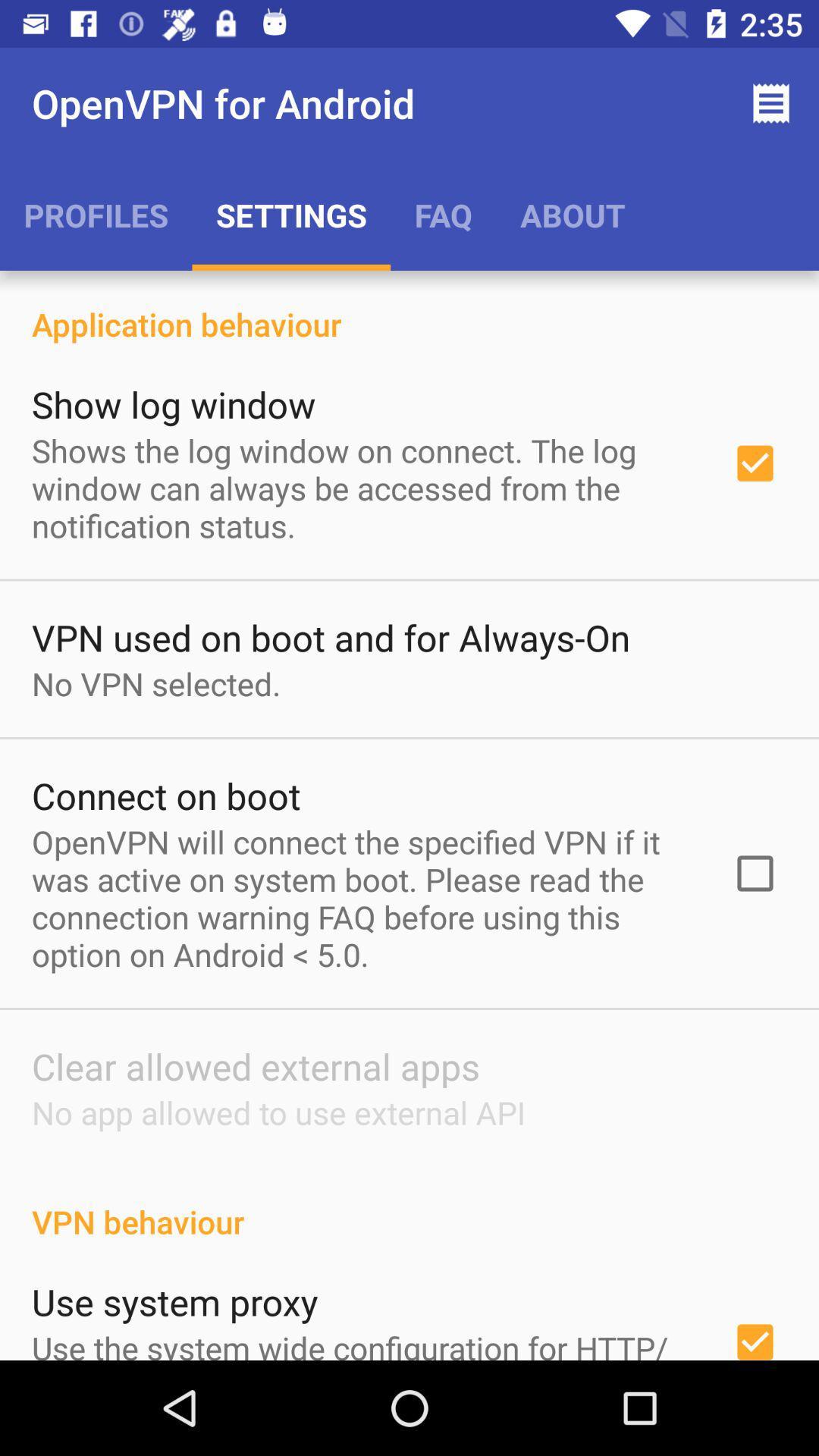  I want to click on the about item, so click(573, 214).